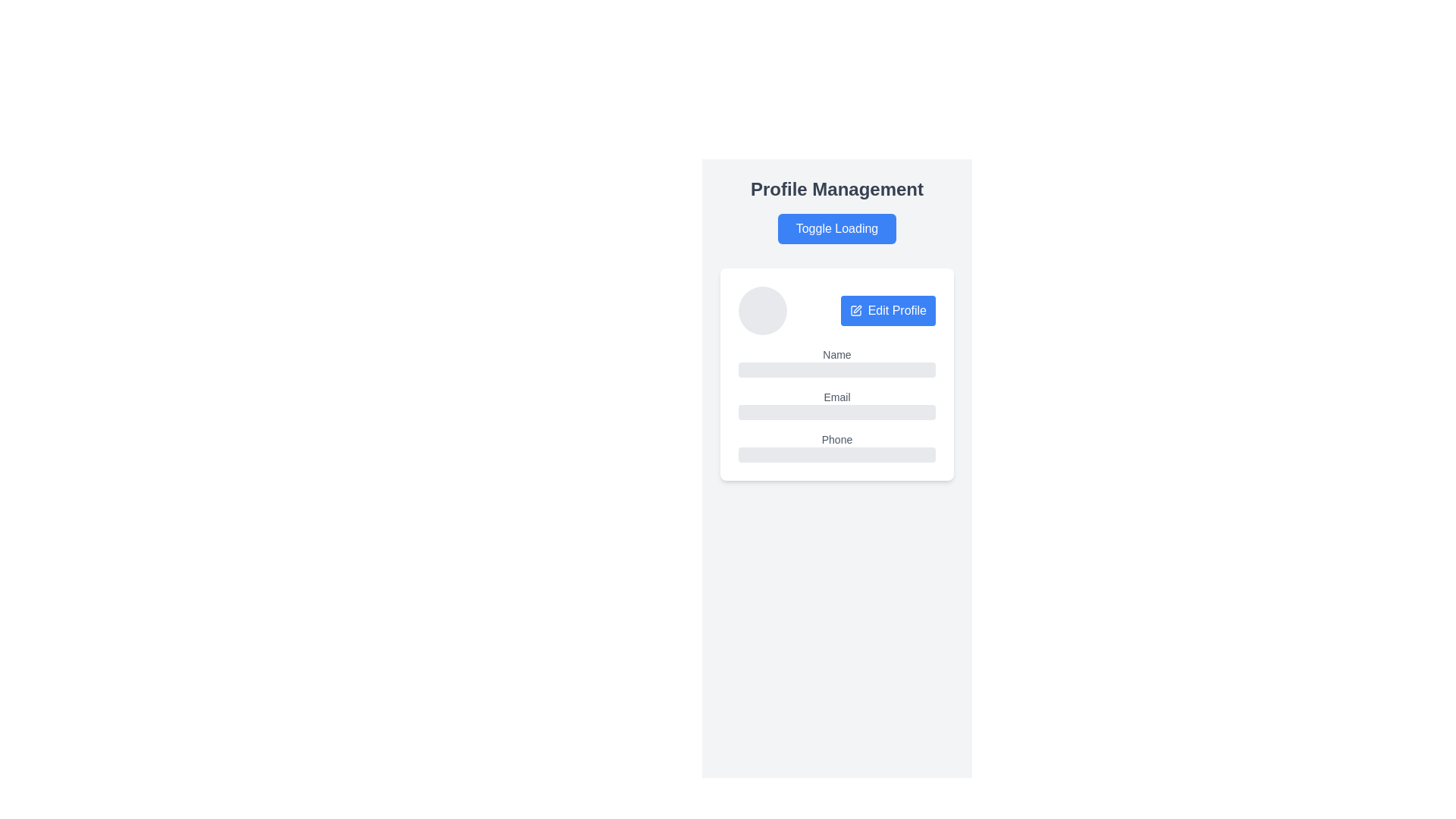  What do you see at coordinates (836, 447) in the screenshot?
I see `the placeholder for the phone number field located below the 'Email' section in the vertically stacked group of elements` at bounding box center [836, 447].